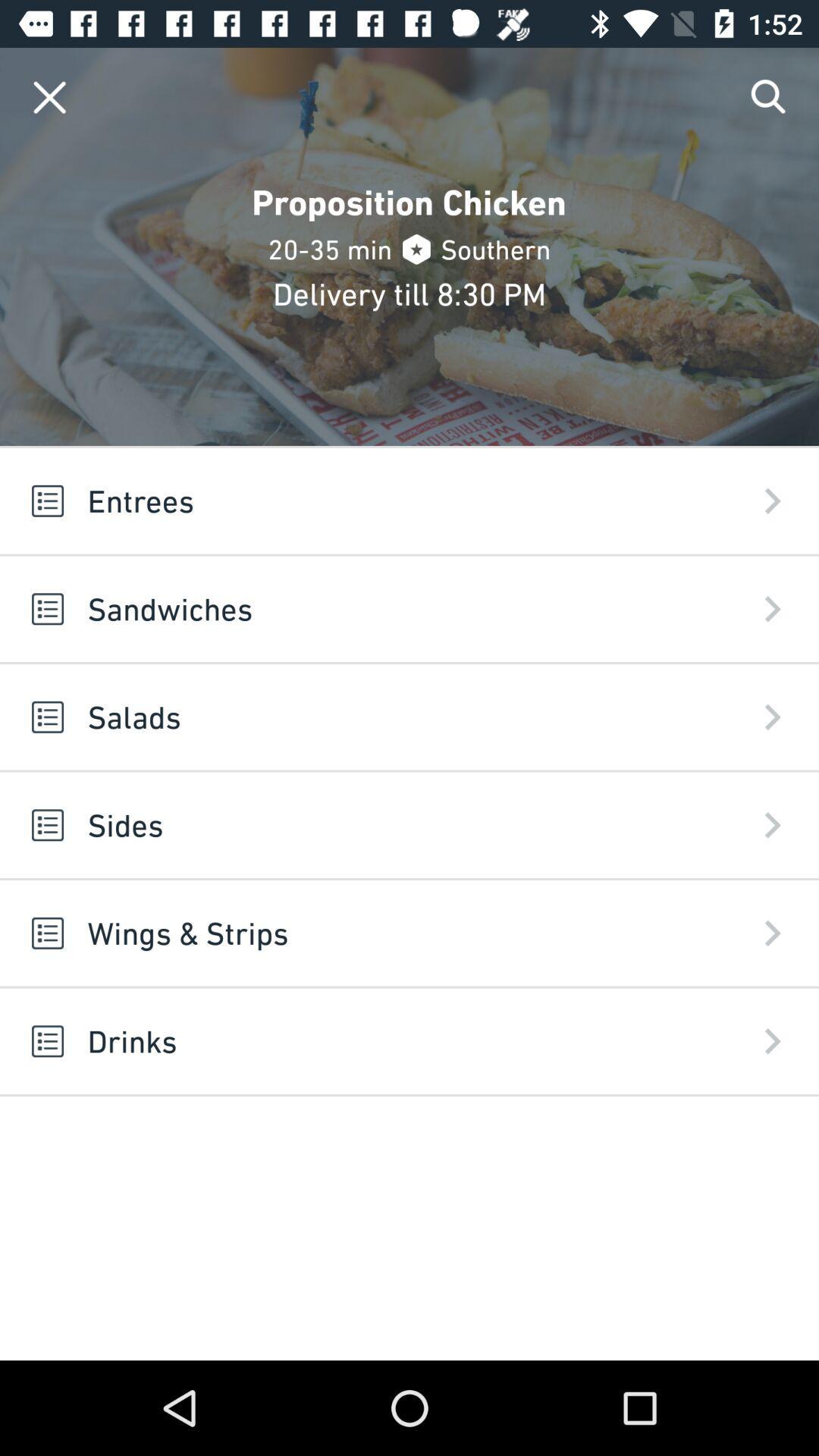  I want to click on exit, so click(49, 96).